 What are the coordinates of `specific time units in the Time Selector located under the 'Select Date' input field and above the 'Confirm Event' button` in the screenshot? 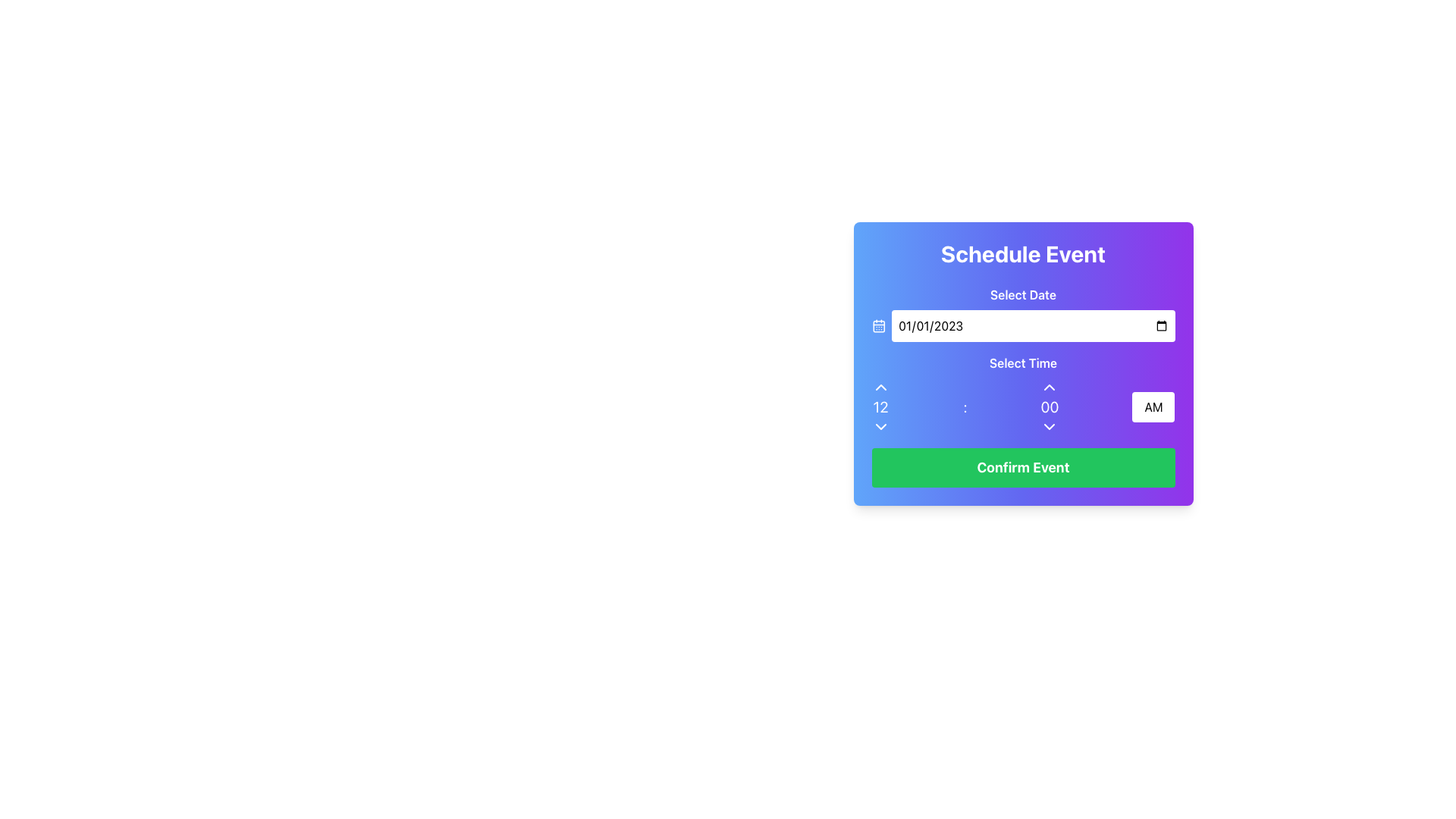 It's located at (1023, 394).